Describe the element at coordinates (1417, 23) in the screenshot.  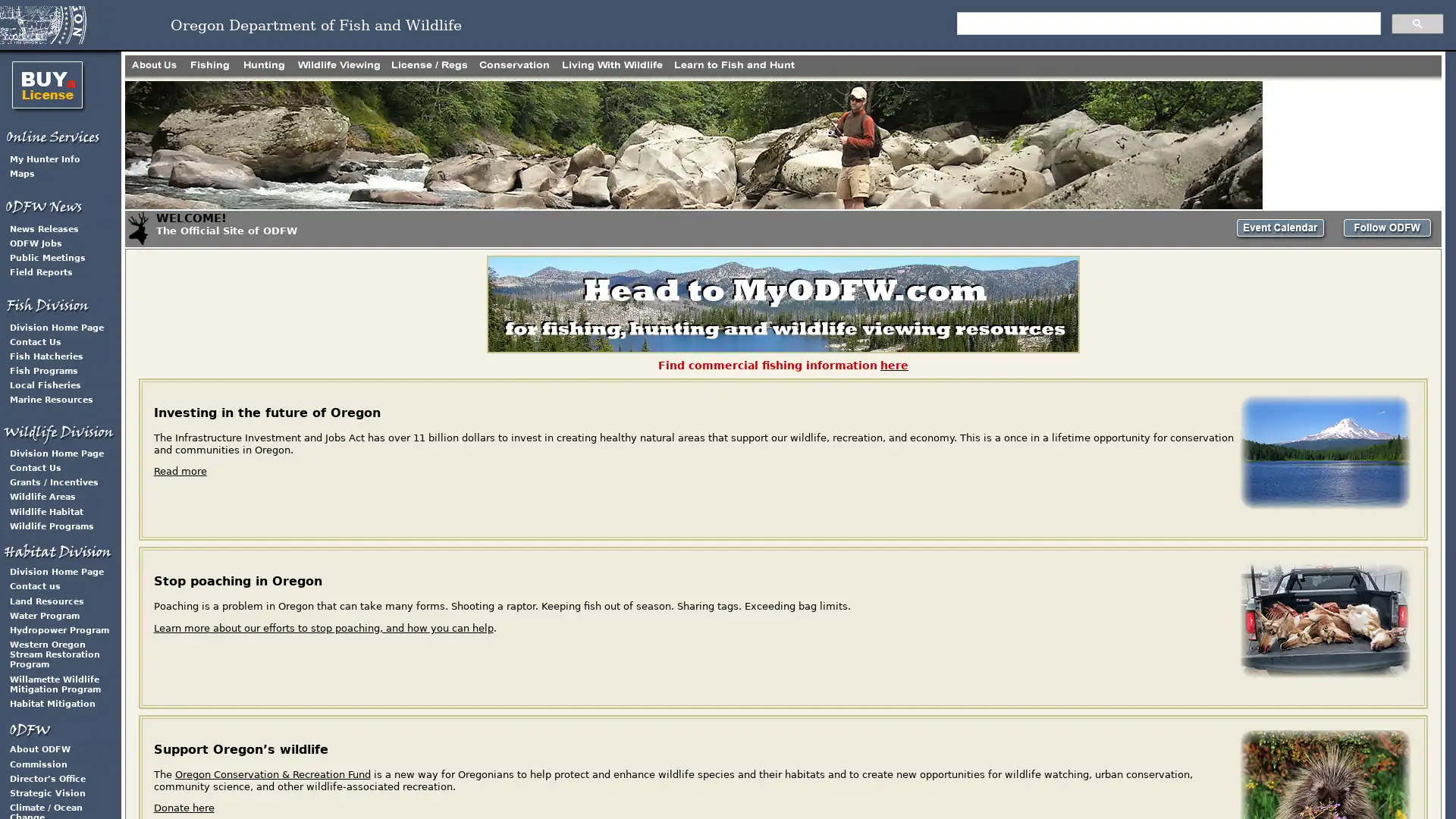
I see `search` at that location.